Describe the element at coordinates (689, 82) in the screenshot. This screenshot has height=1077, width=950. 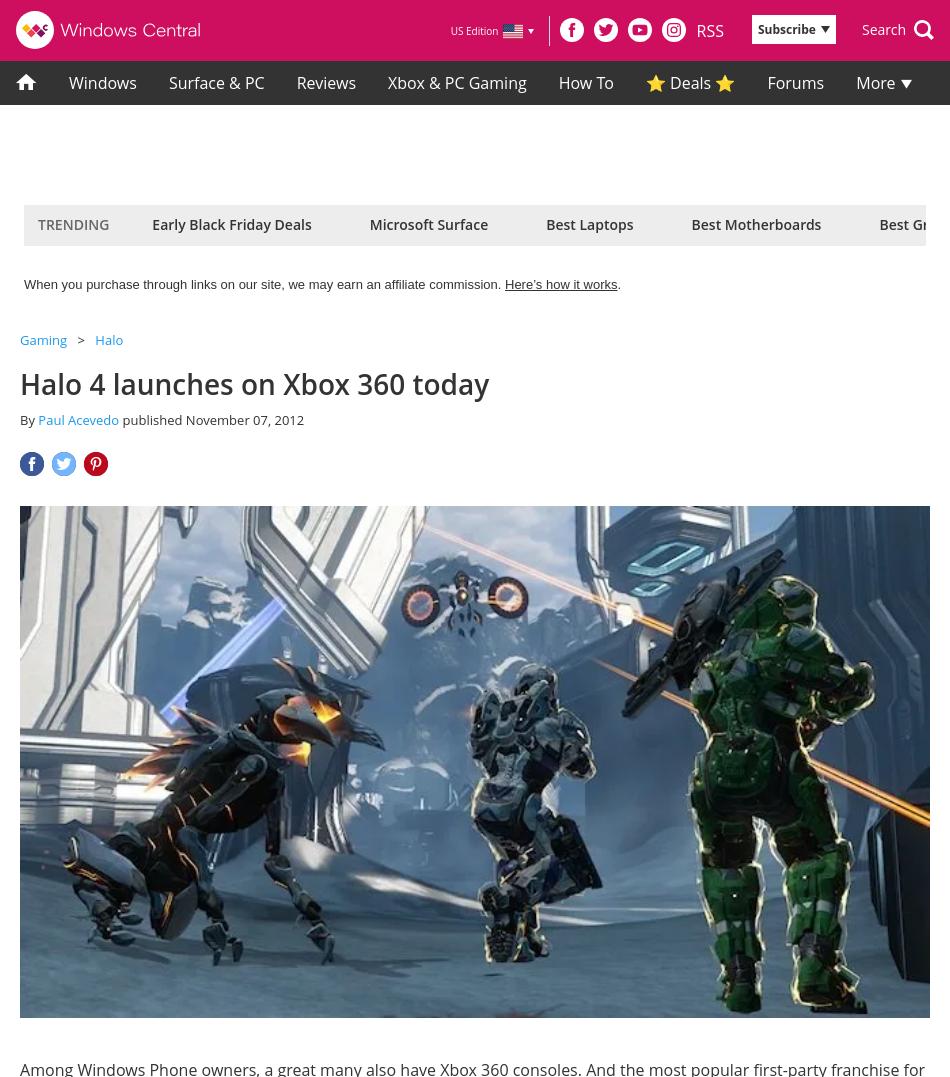
I see `'⭐ Deals ⭐'` at that location.